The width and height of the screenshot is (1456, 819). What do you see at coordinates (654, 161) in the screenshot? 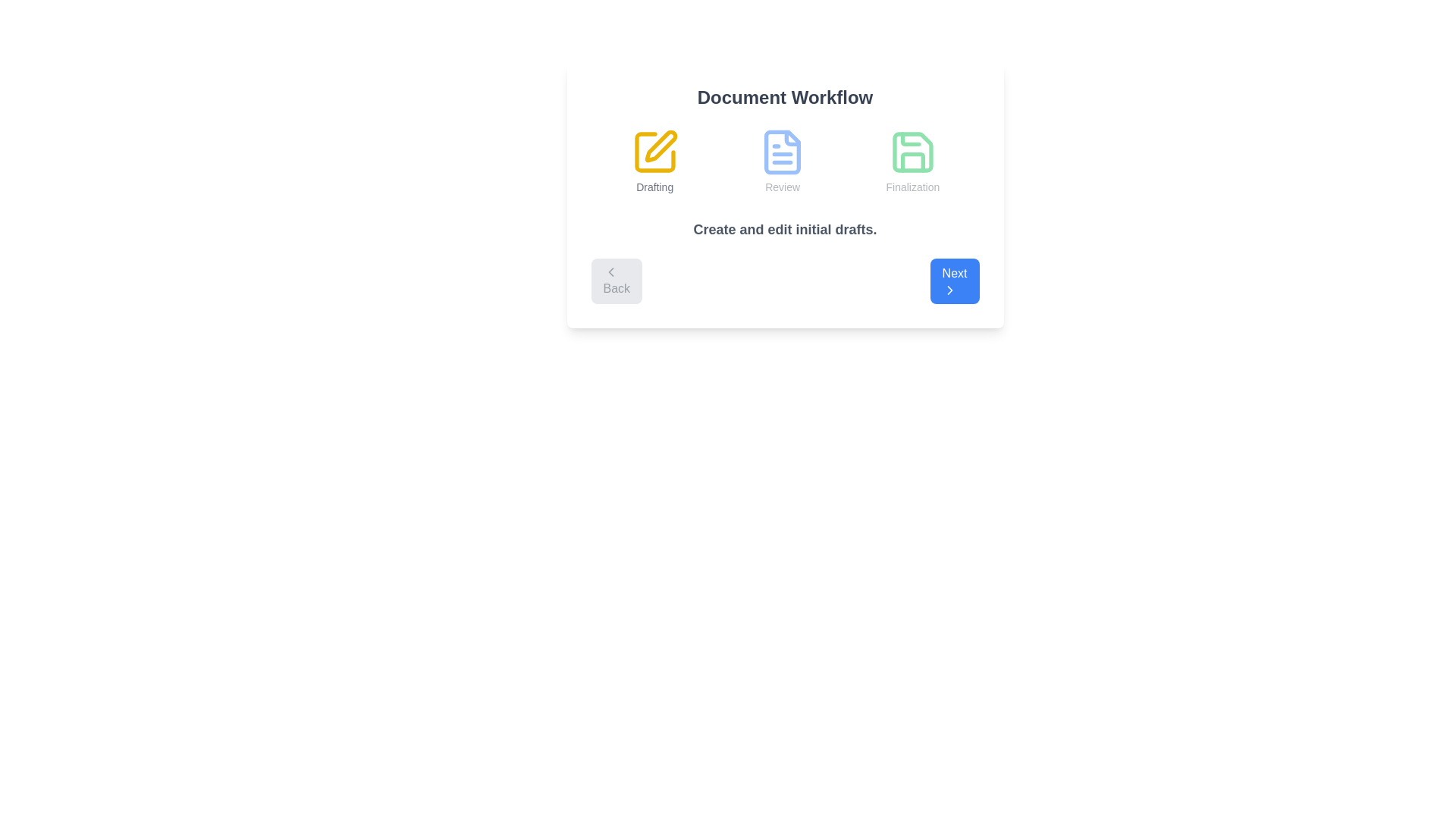
I see `the yellow pen icon labeled 'Drafting'` at bounding box center [654, 161].